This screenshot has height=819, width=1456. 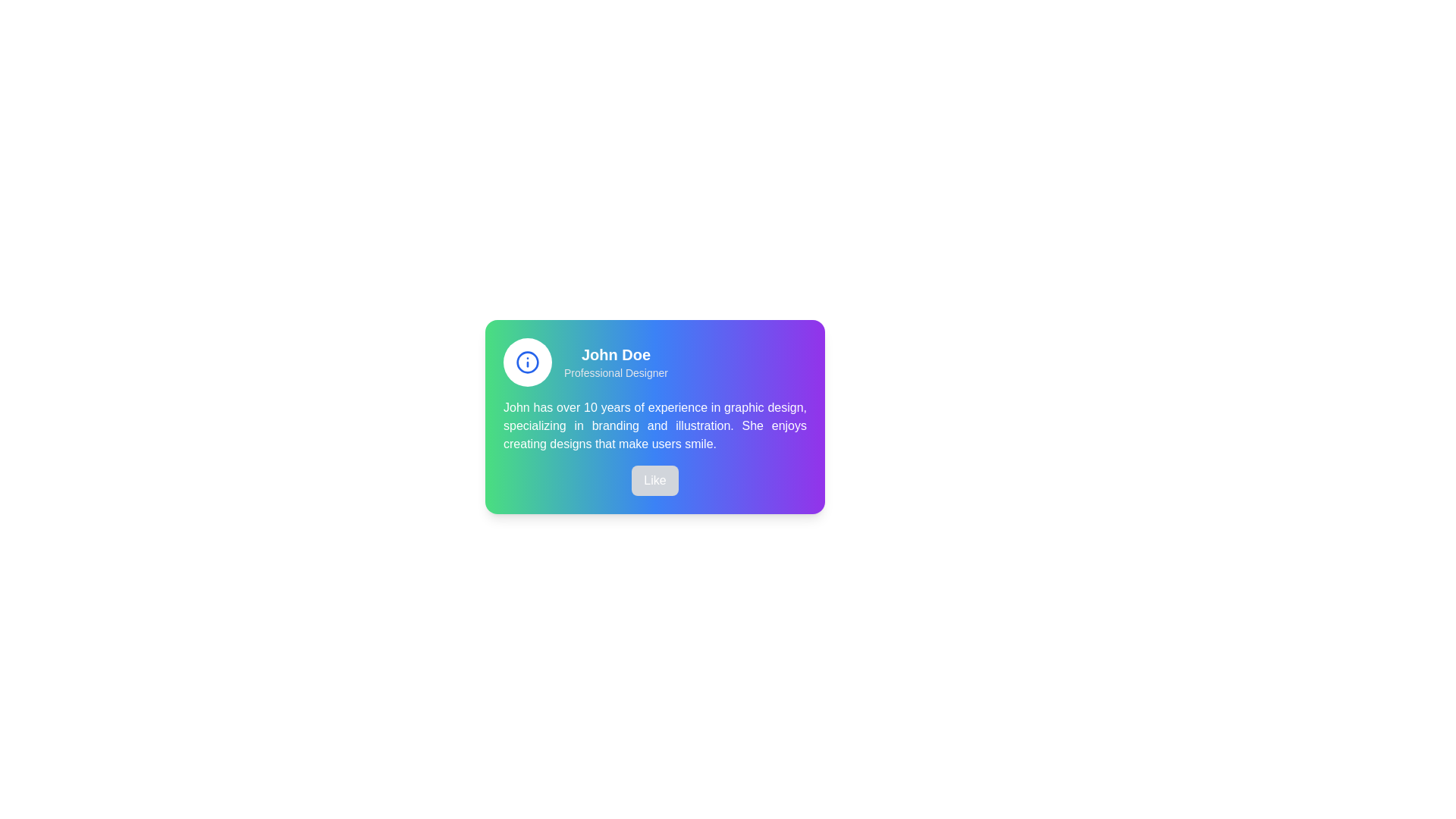 What do you see at coordinates (528, 362) in the screenshot?
I see `the decorative SVG Circle that represents the information icon at the top-left corner of the profile card` at bounding box center [528, 362].